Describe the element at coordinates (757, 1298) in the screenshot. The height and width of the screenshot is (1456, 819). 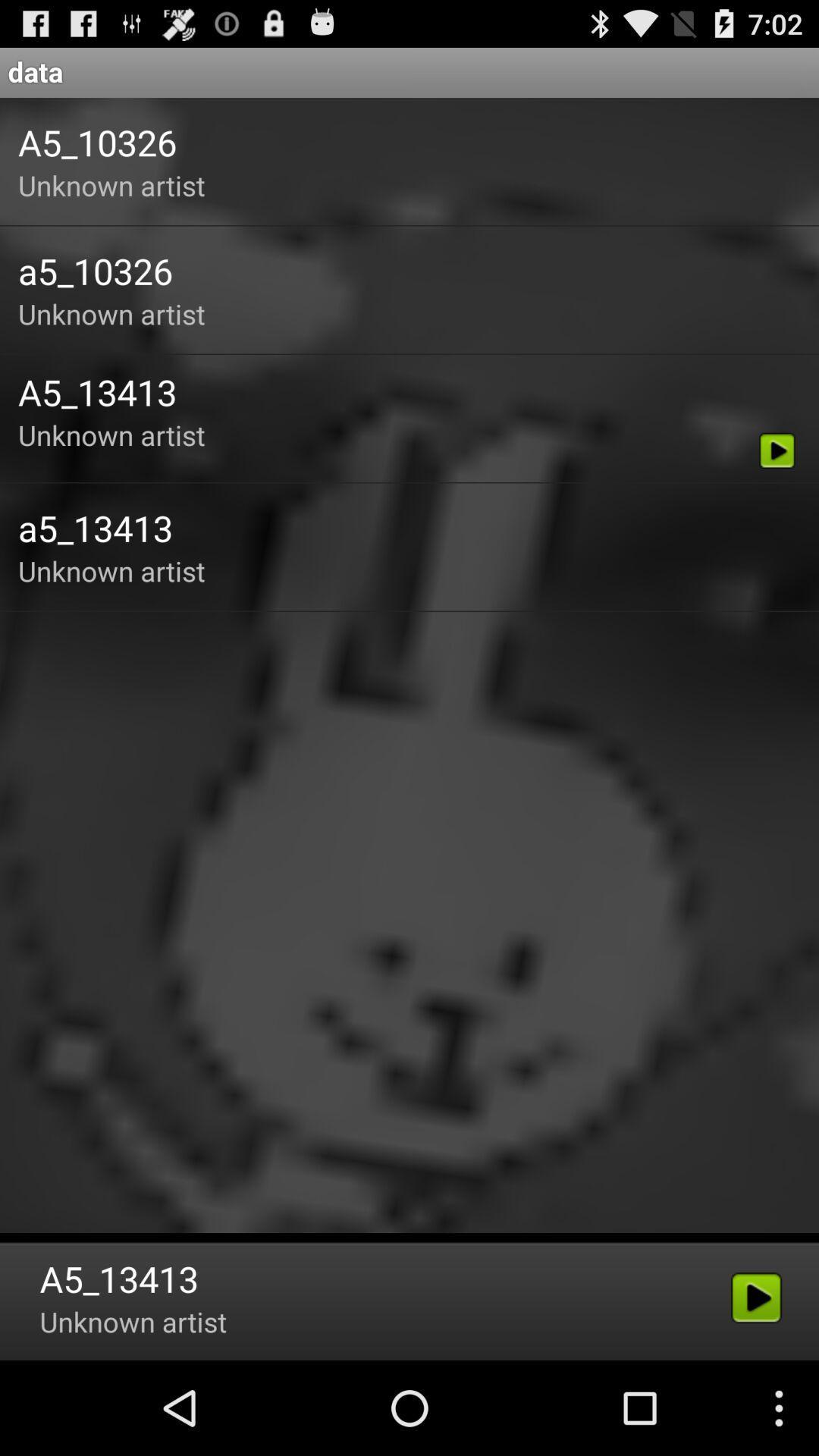
I see `the last play icon` at that location.